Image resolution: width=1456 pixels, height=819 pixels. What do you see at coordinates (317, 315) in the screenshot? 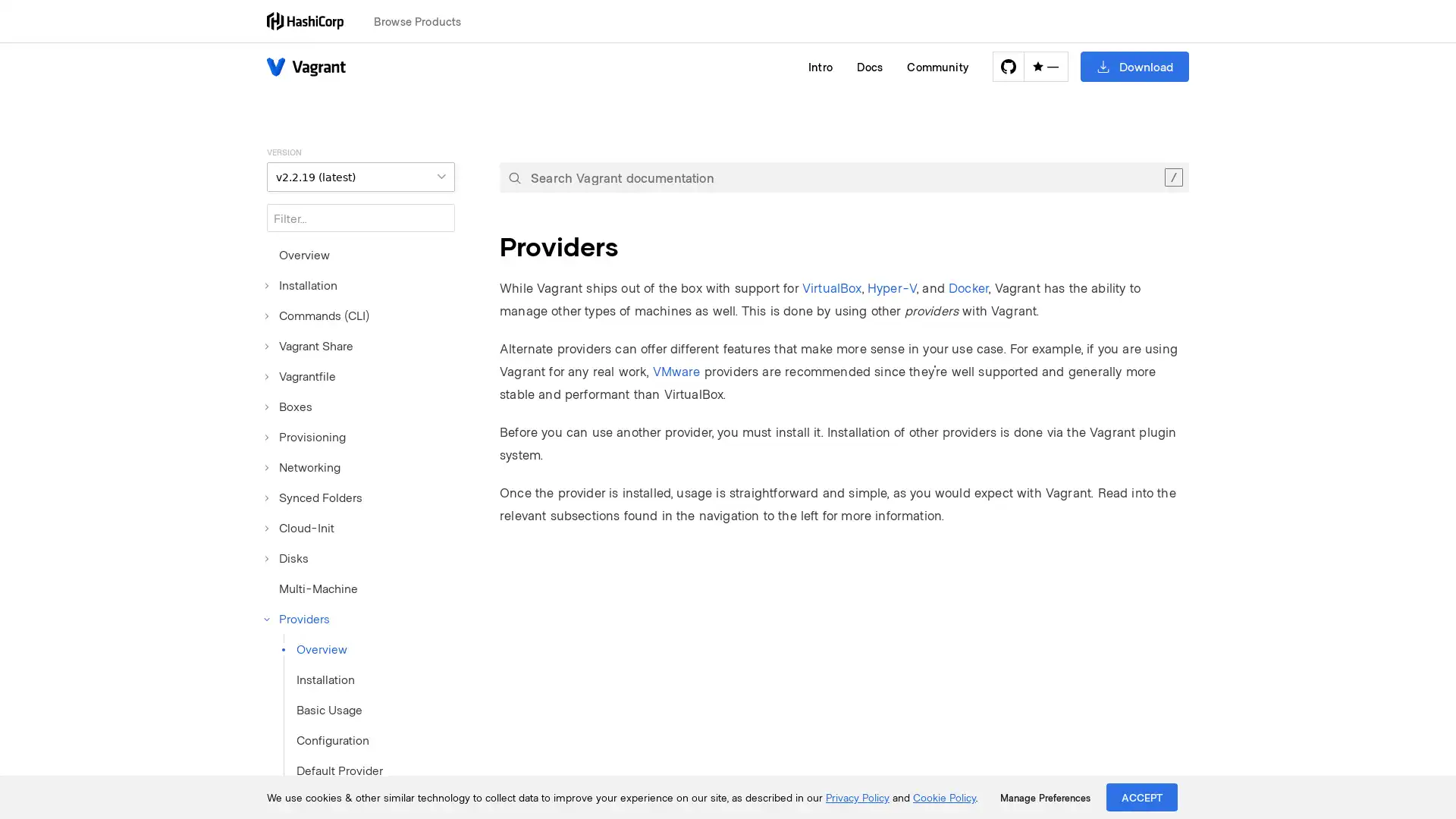
I see `Commands (CLI)` at bounding box center [317, 315].